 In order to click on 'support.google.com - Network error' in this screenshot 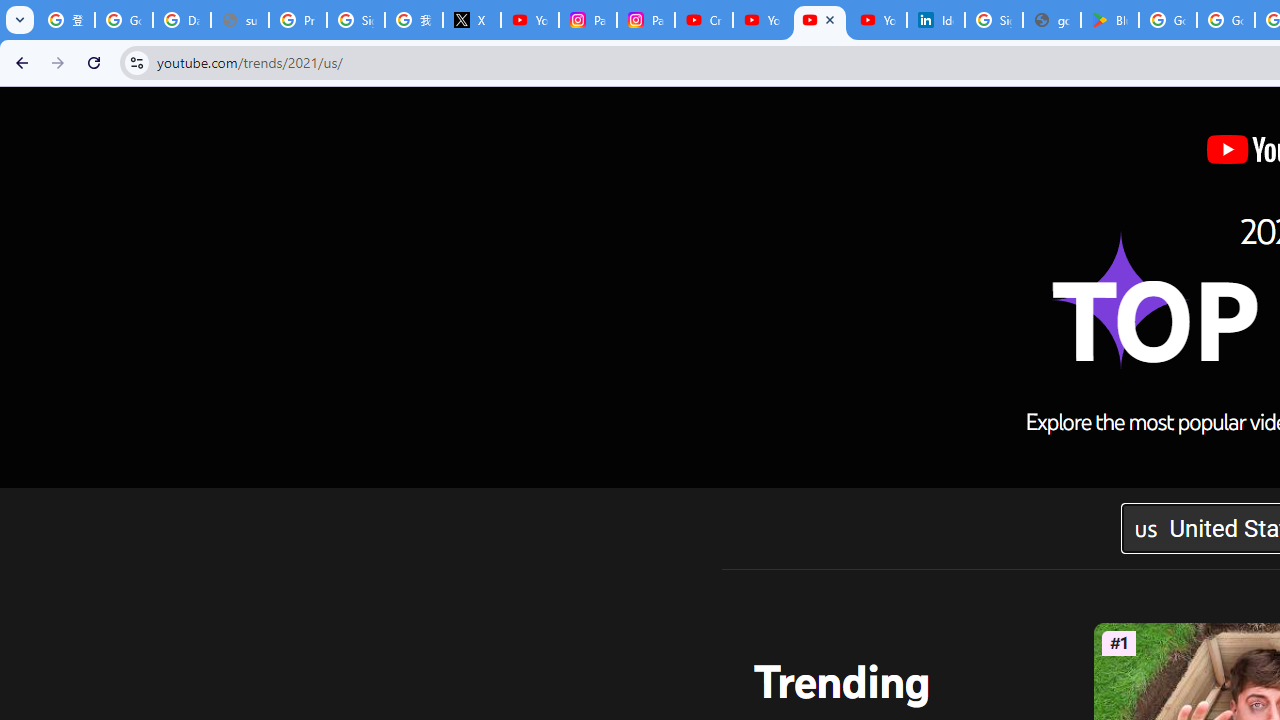, I will do `click(240, 20)`.